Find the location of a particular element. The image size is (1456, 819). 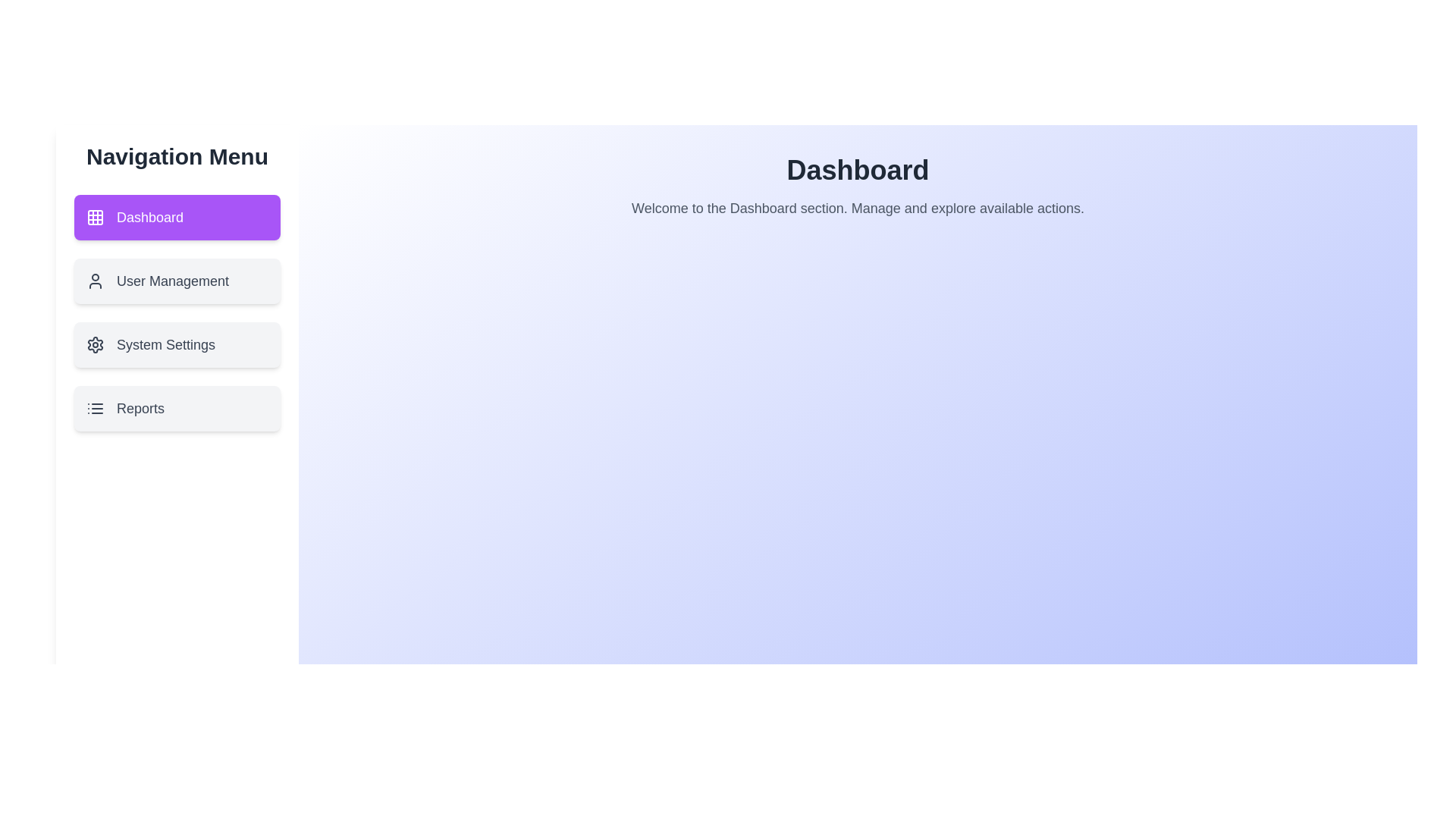

the menu item labeled System Settings to navigate to its corresponding section is located at coordinates (177, 345).